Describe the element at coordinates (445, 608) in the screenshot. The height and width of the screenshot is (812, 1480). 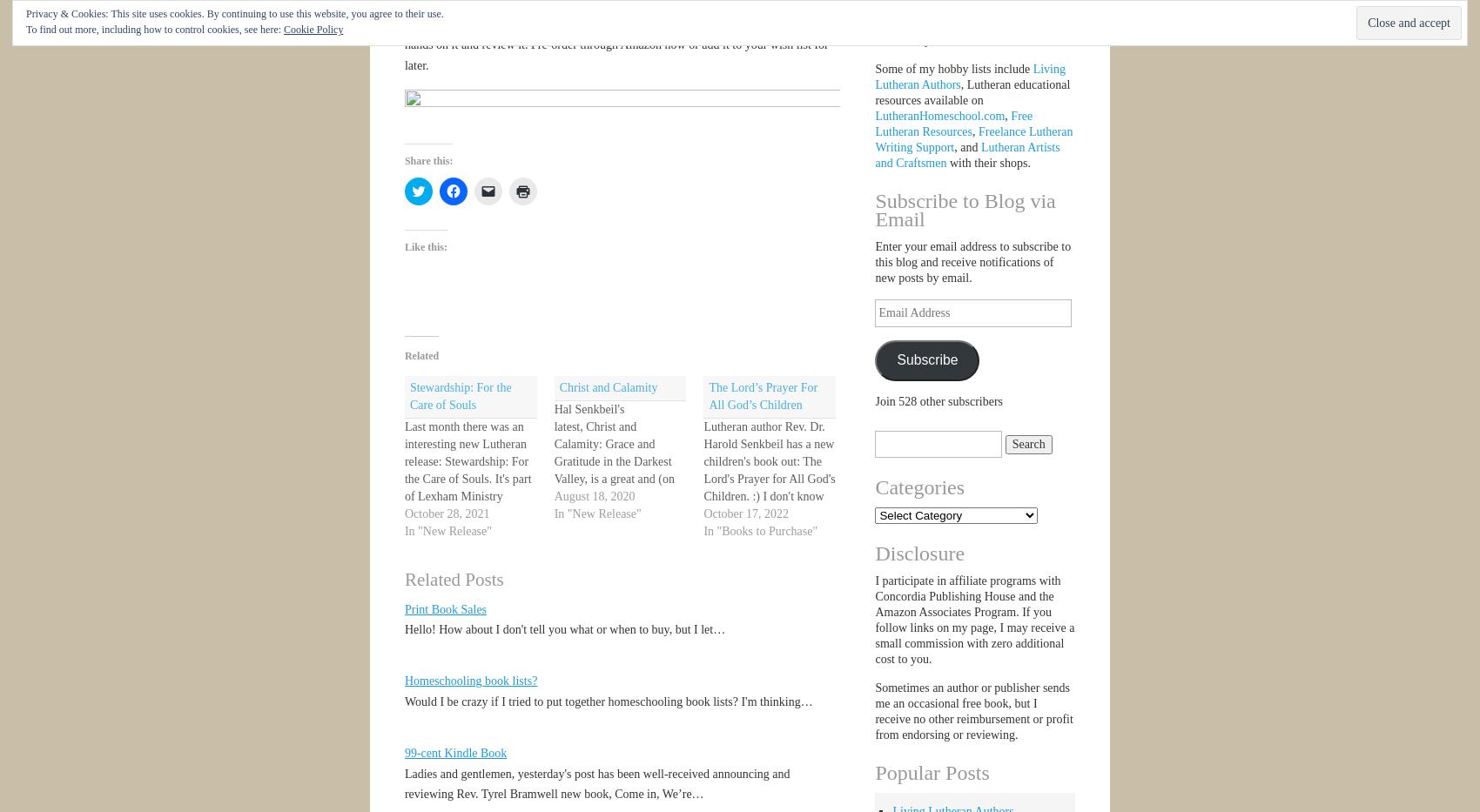
I see `'Print Book Sales'` at that location.